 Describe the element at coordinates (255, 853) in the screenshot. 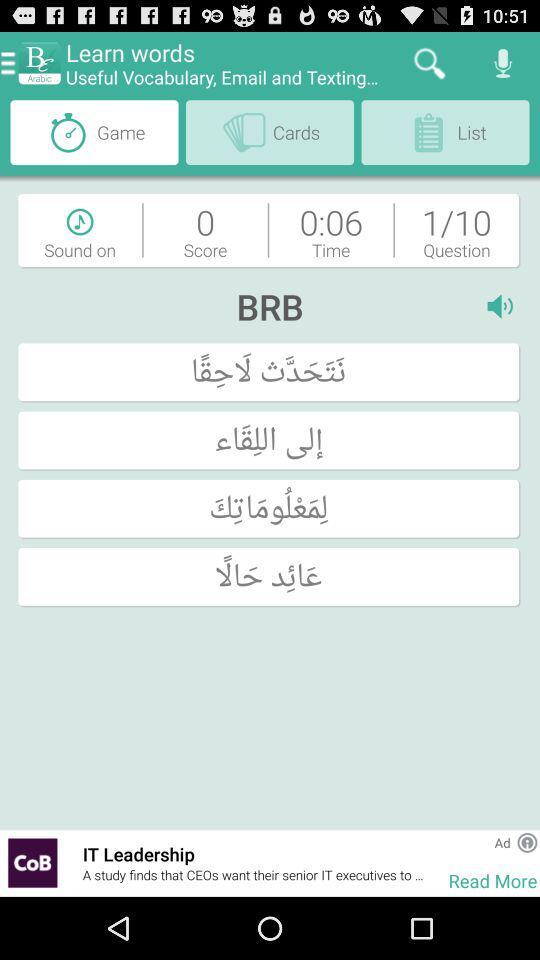

I see `the item above a study finds item` at that location.